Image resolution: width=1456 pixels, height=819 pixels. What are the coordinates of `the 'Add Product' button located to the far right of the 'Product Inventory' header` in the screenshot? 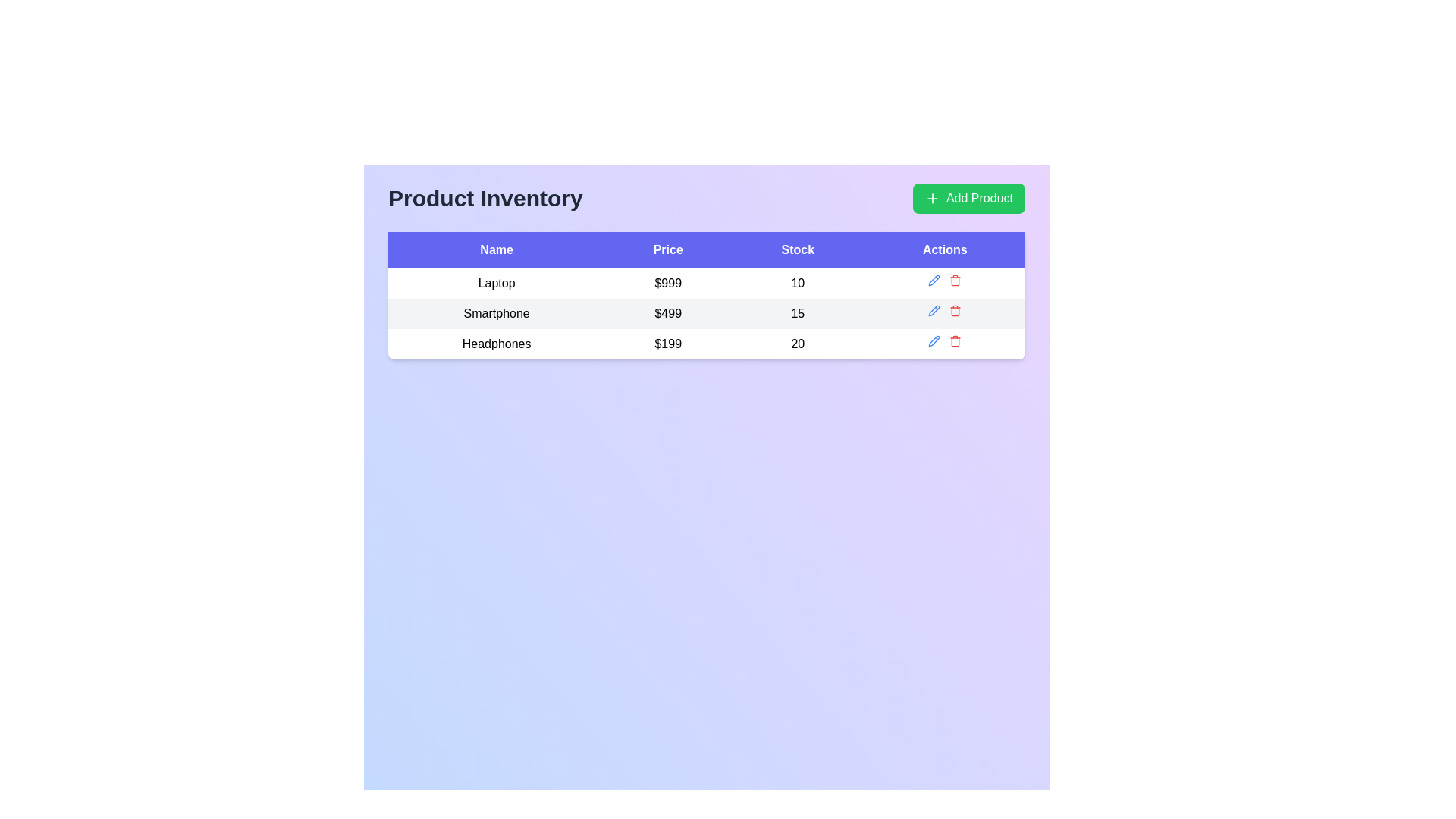 It's located at (968, 198).